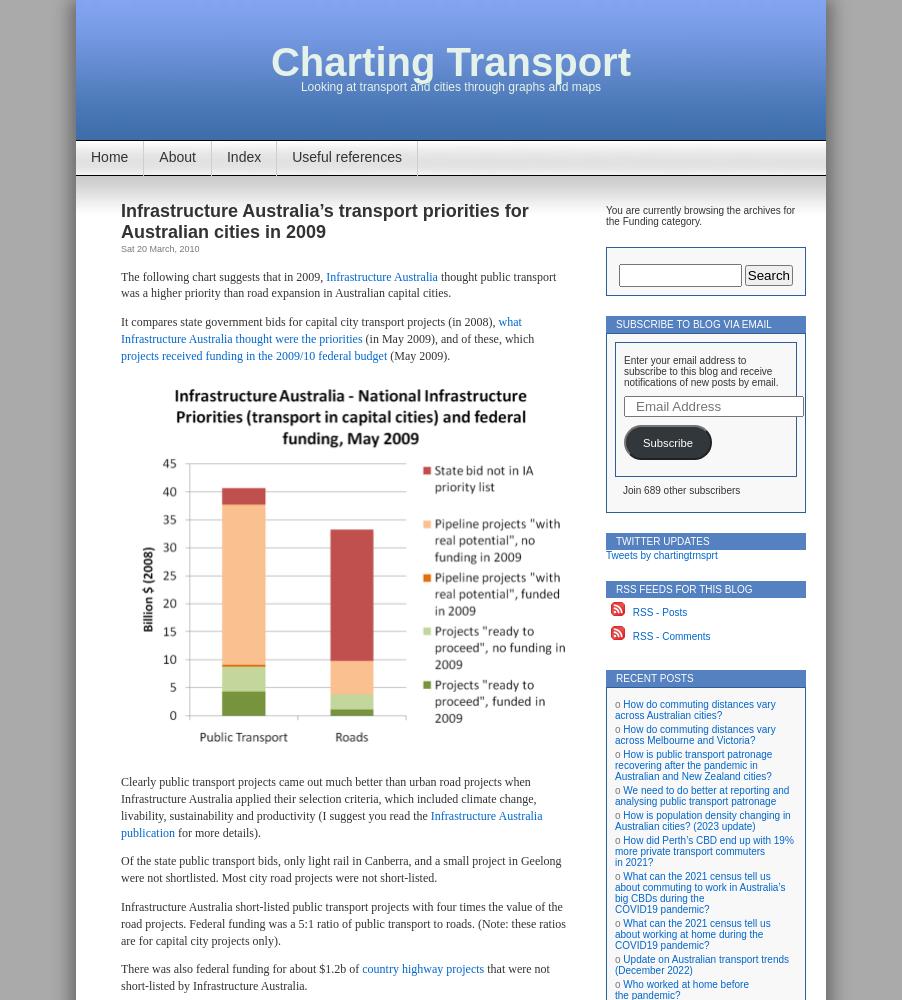 This screenshot has height=1000, width=902. I want to click on 'The following chart suggests that in 2009,', so click(222, 276).